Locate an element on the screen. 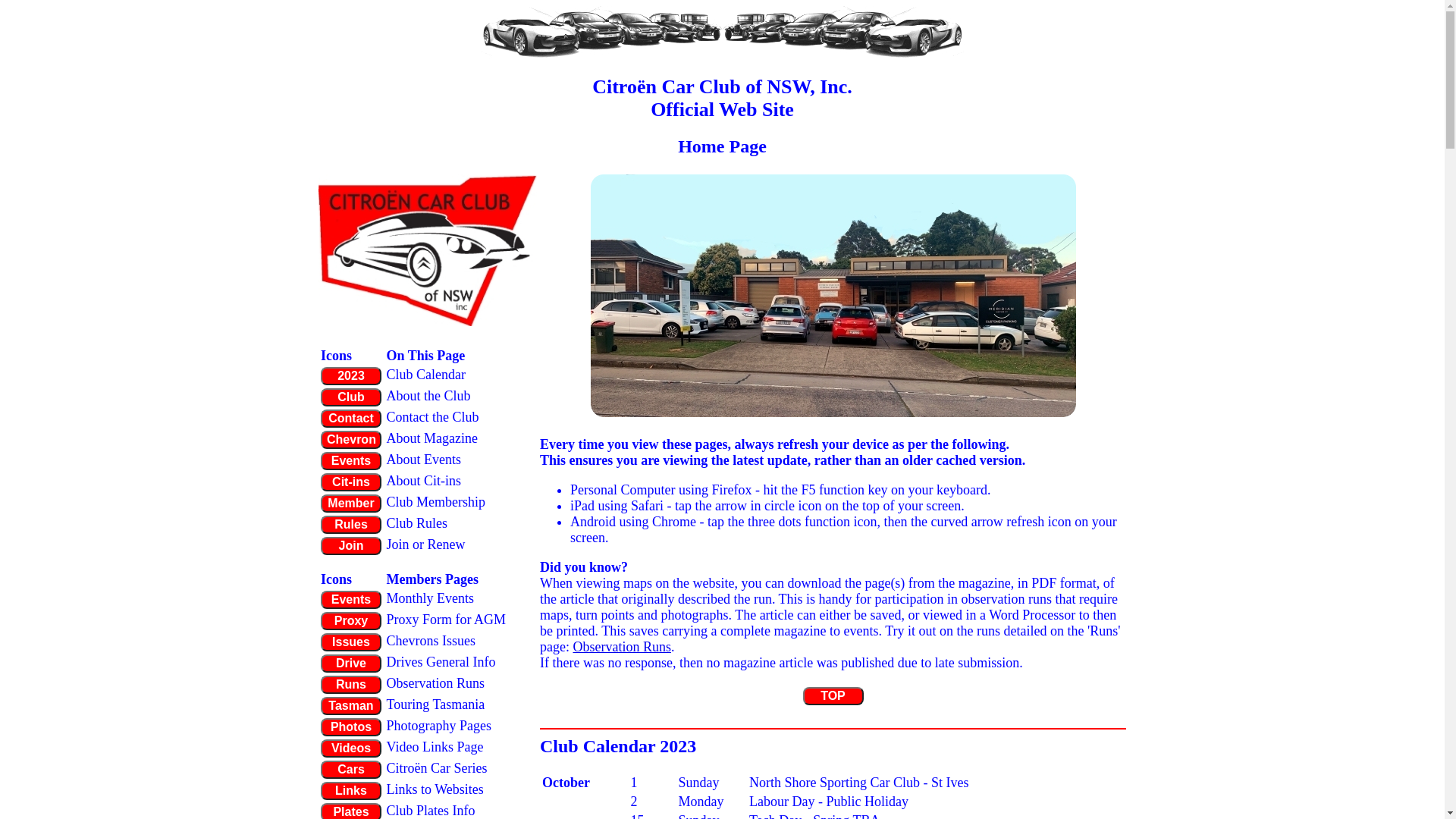  'Chevron' is located at coordinates (319, 439).